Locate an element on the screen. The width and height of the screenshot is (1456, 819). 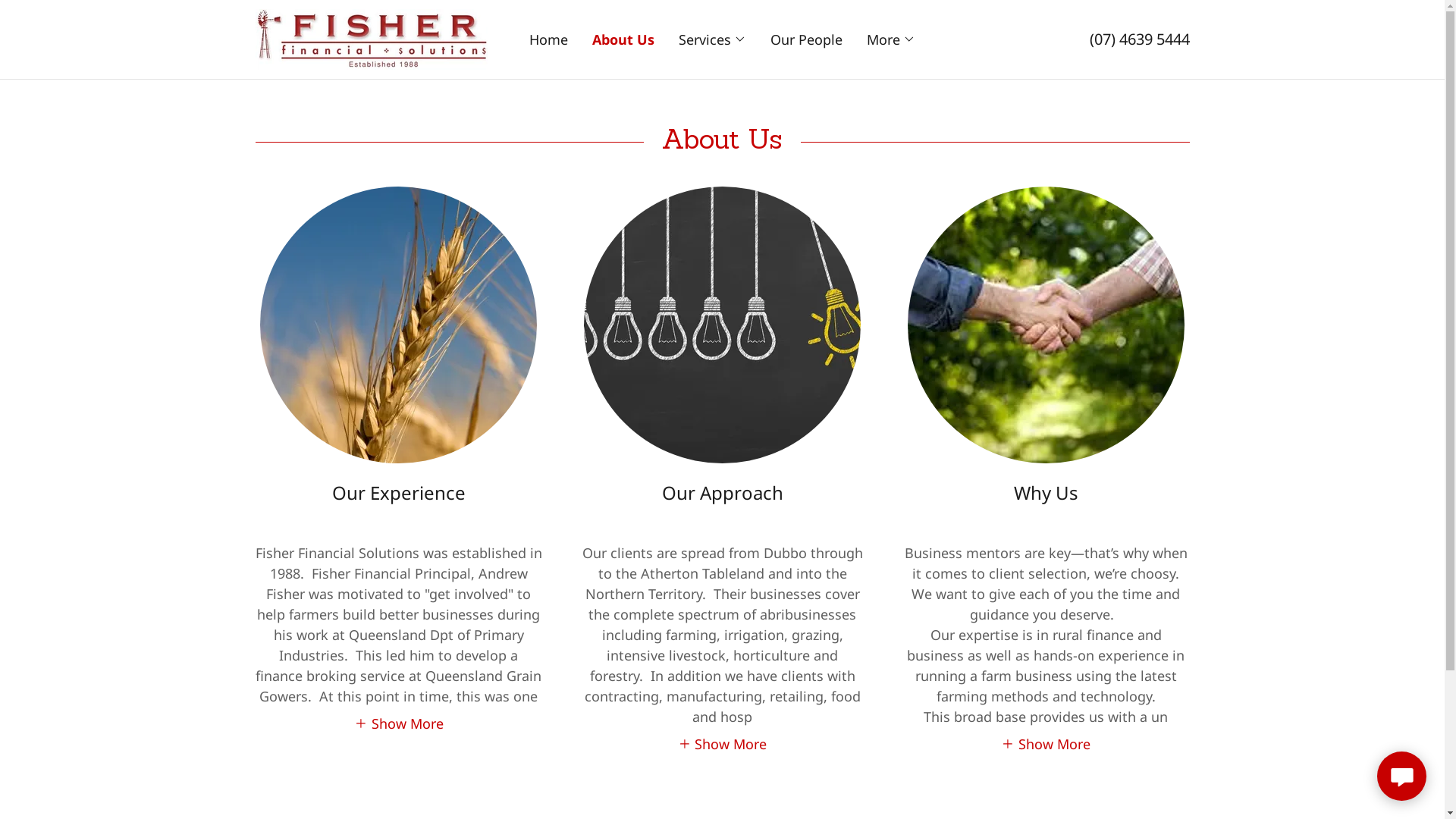
'(07) 4639 5444' is located at coordinates (1087, 38).